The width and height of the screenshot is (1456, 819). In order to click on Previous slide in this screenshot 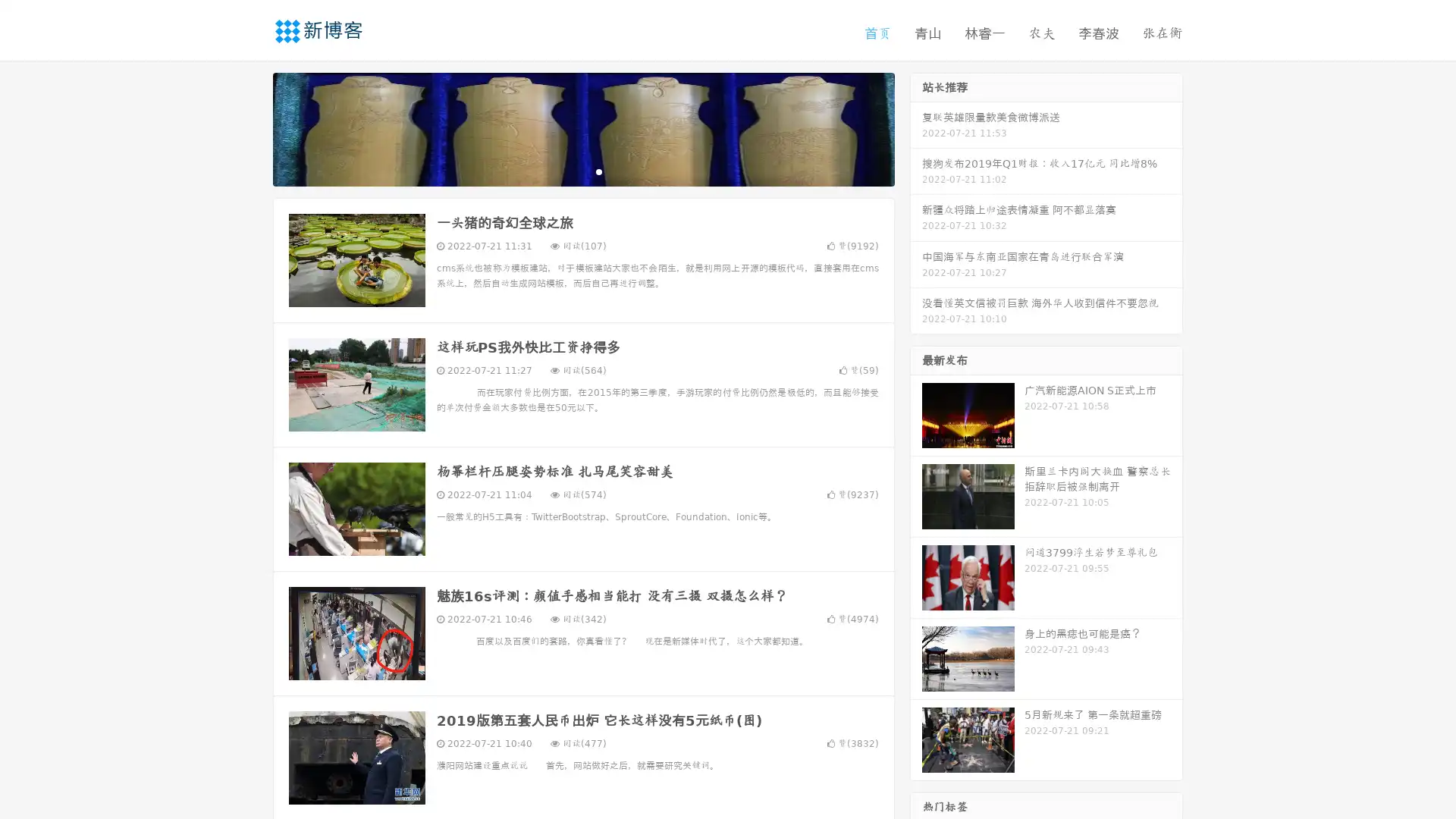, I will do `click(250, 127)`.